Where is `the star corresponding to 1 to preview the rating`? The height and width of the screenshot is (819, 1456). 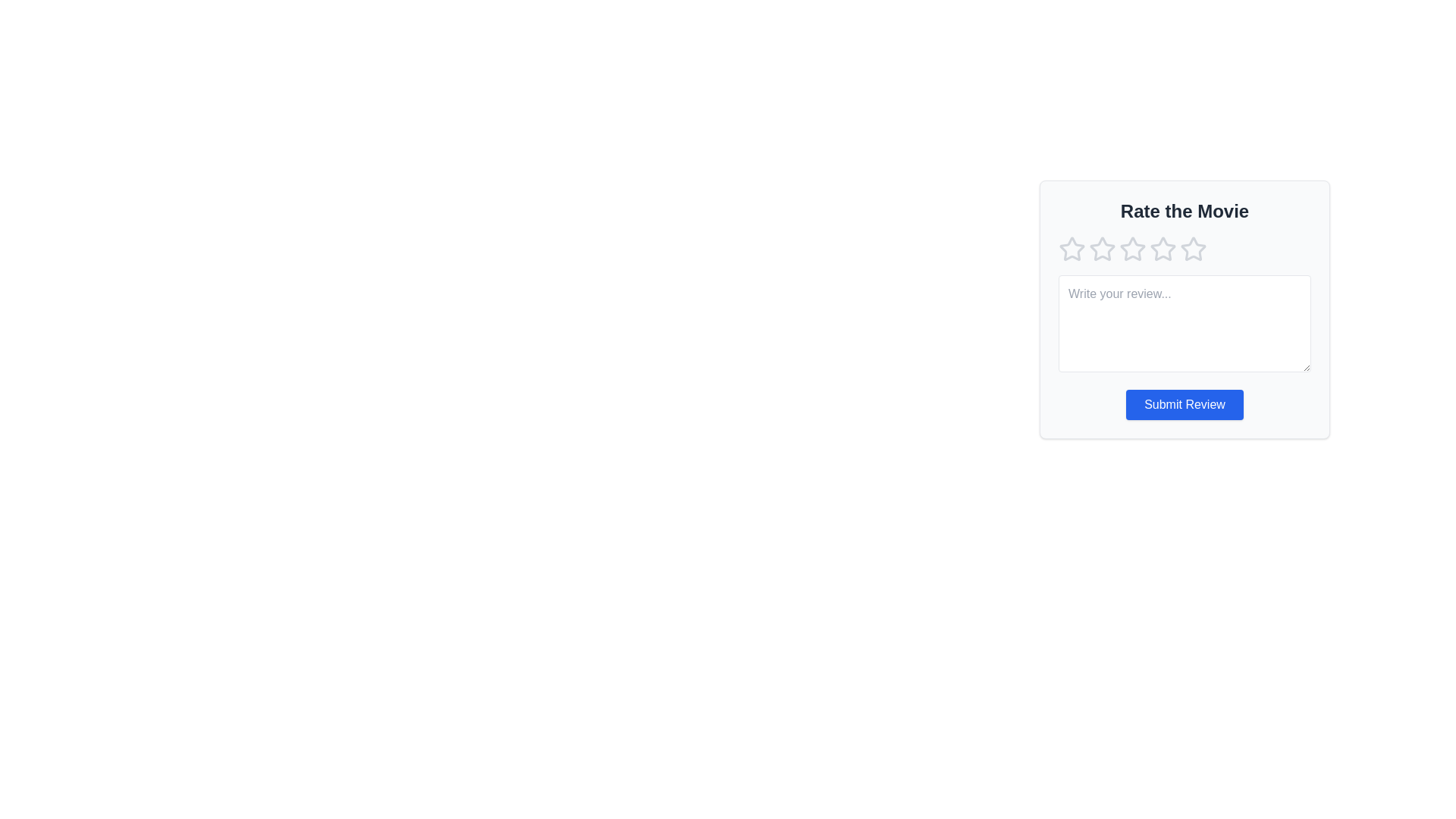 the star corresponding to 1 to preview the rating is located at coordinates (1072, 248).